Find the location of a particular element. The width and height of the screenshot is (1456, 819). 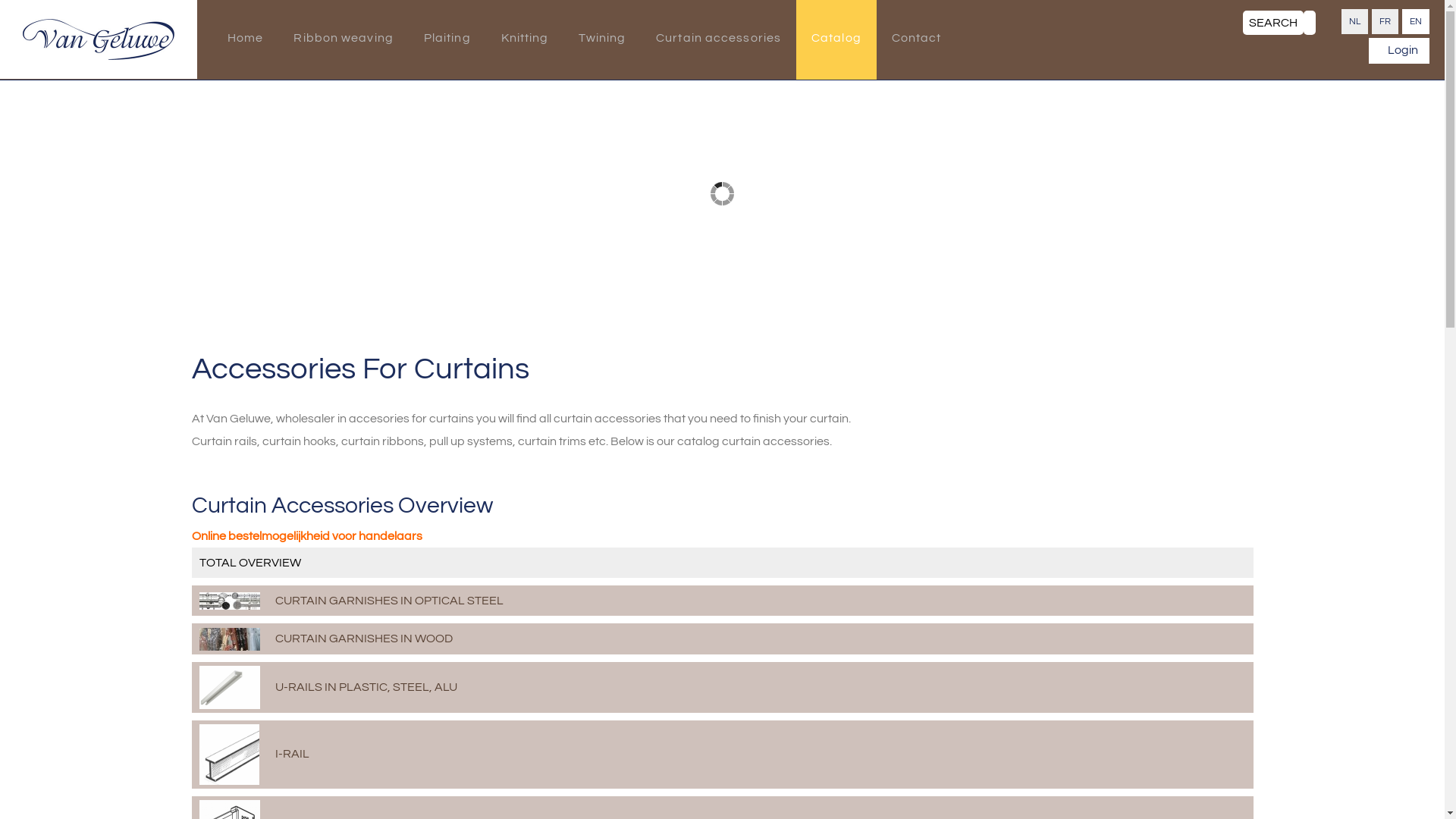

'Login' is located at coordinates (1398, 49).